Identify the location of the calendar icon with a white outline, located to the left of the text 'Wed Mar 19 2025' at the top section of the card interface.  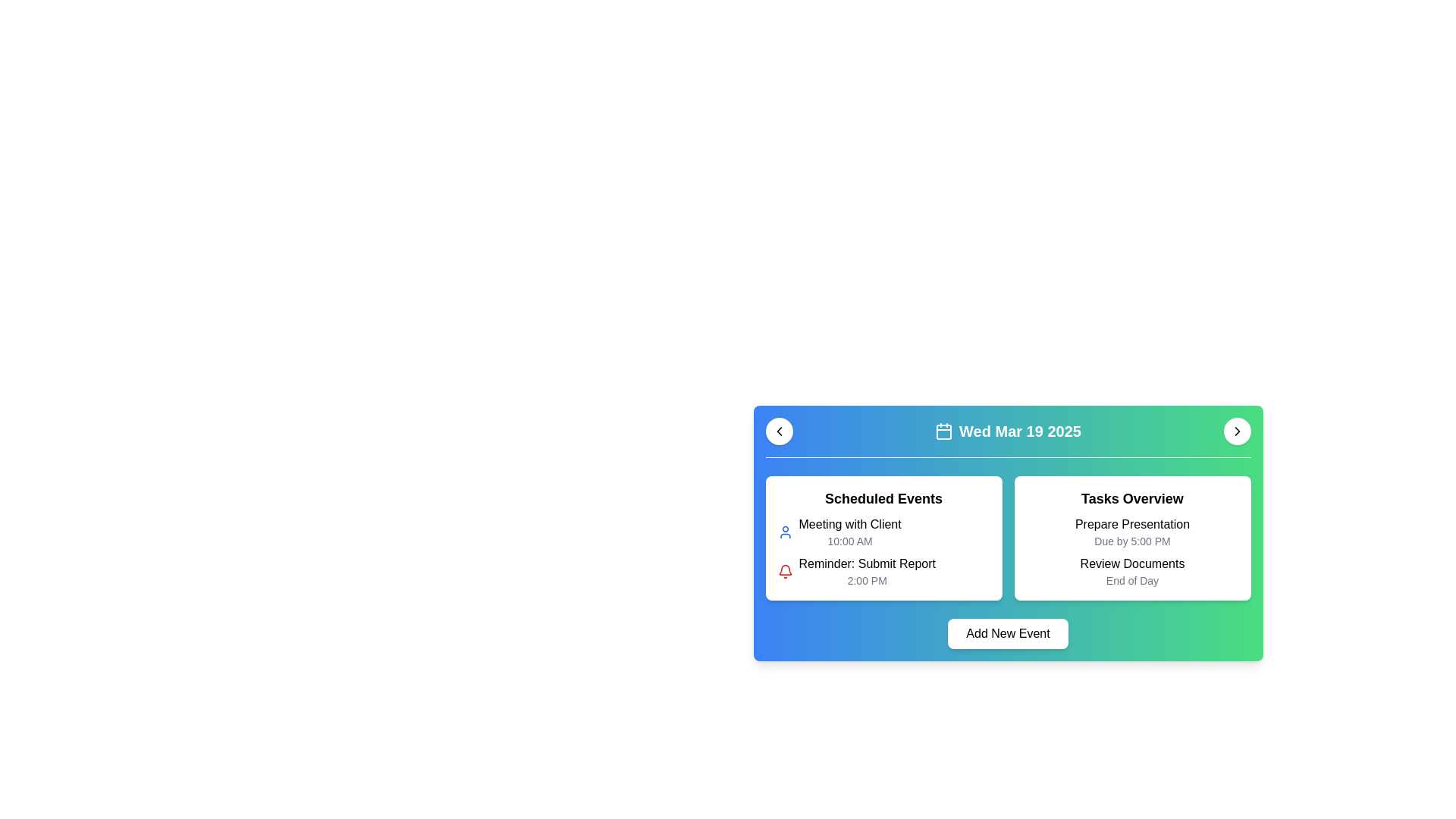
(943, 431).